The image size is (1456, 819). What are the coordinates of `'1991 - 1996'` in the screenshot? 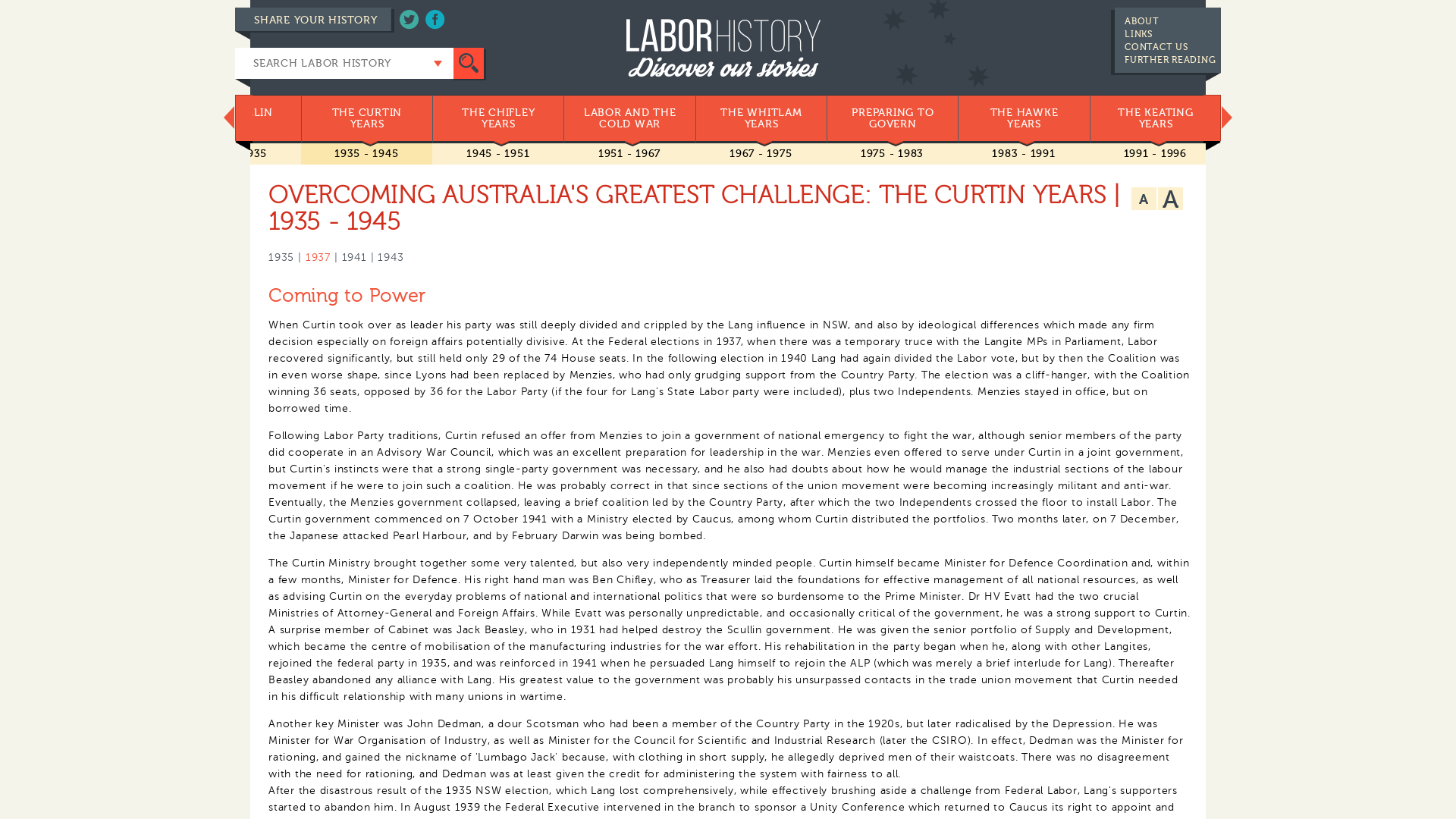 It's located at (1154, 153).